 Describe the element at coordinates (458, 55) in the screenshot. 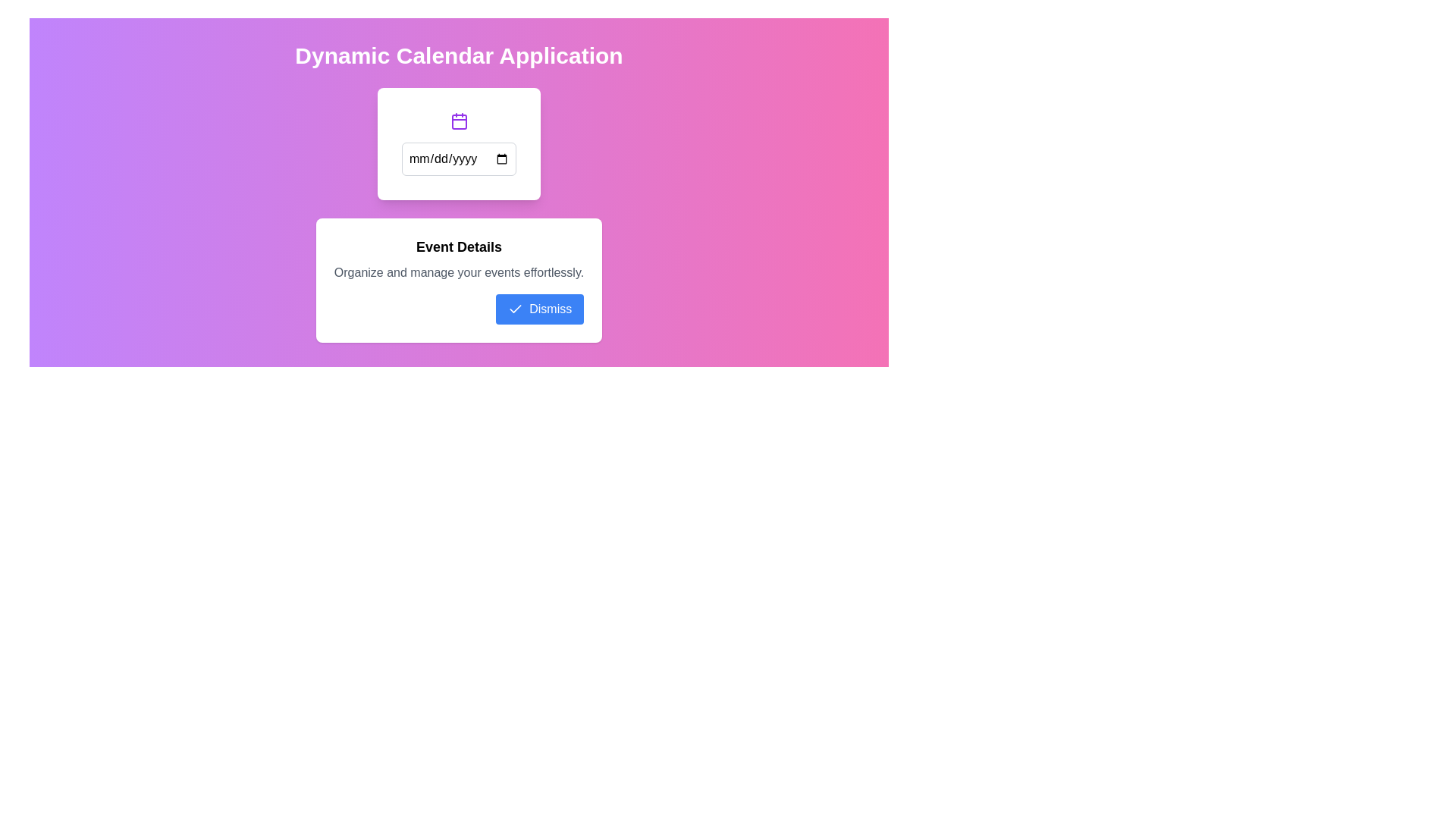

I see `the Text label at the top center of the application interface, which serves as the title or header of the application` at that location.